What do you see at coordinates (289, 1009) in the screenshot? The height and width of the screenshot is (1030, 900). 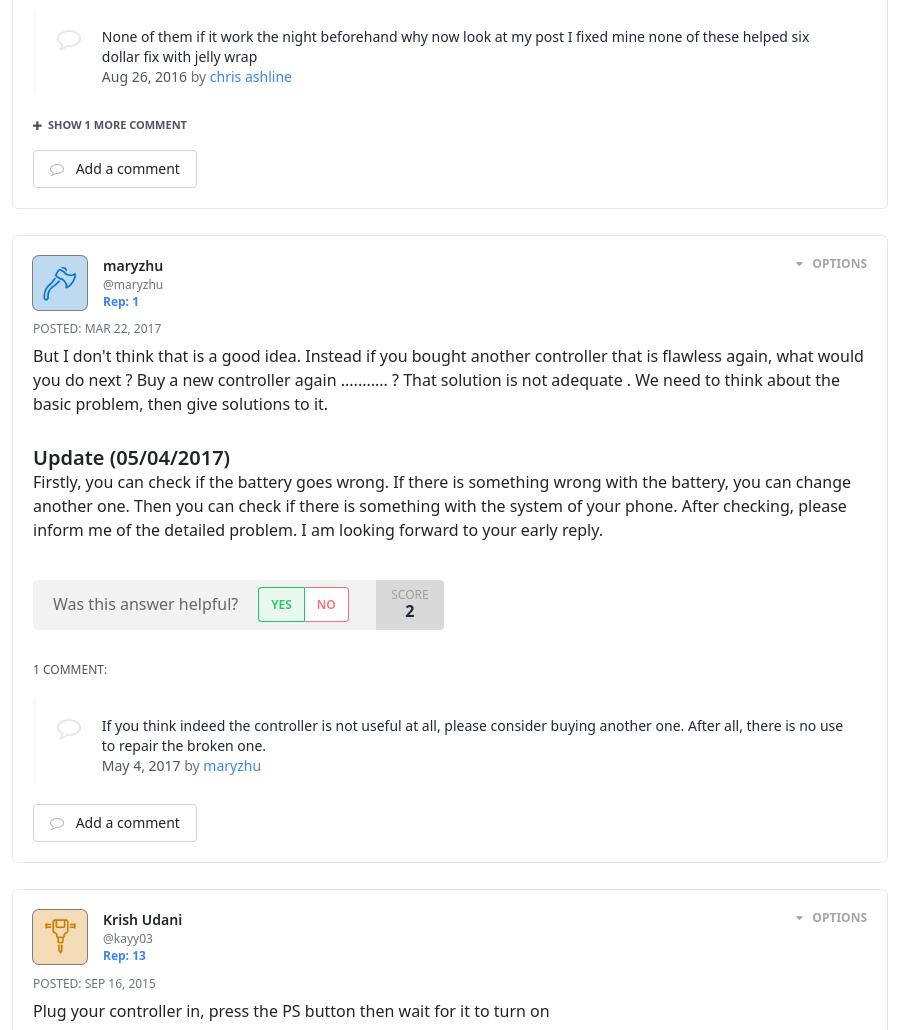 I see `'Plug your controller in, press the PS button then wait for it to turn on'` at bounding box center [289, 1009].